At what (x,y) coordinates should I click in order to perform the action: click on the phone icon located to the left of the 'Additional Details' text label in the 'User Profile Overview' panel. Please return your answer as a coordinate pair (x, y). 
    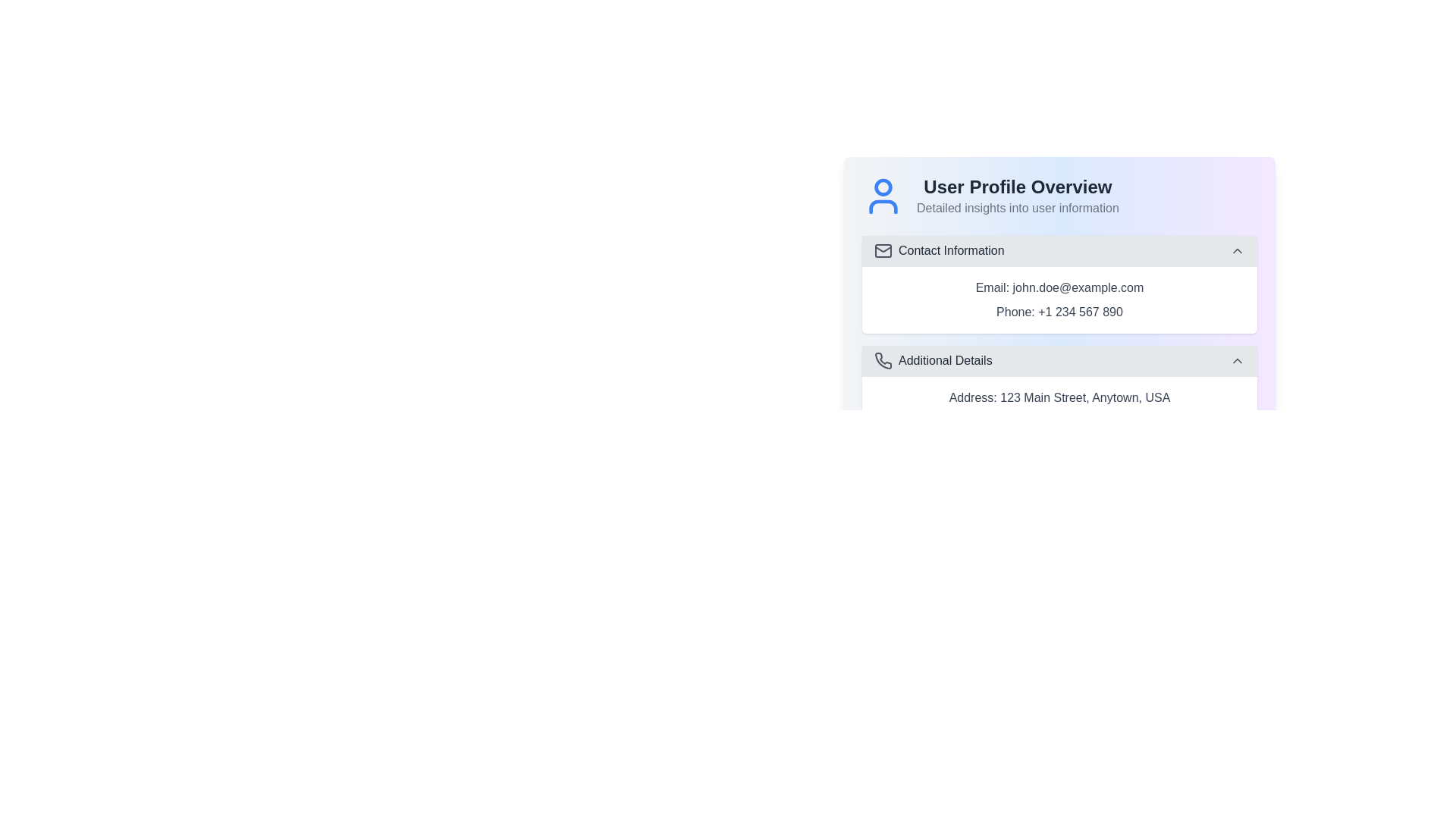
    Looking at the image, I should click on (883, 360).